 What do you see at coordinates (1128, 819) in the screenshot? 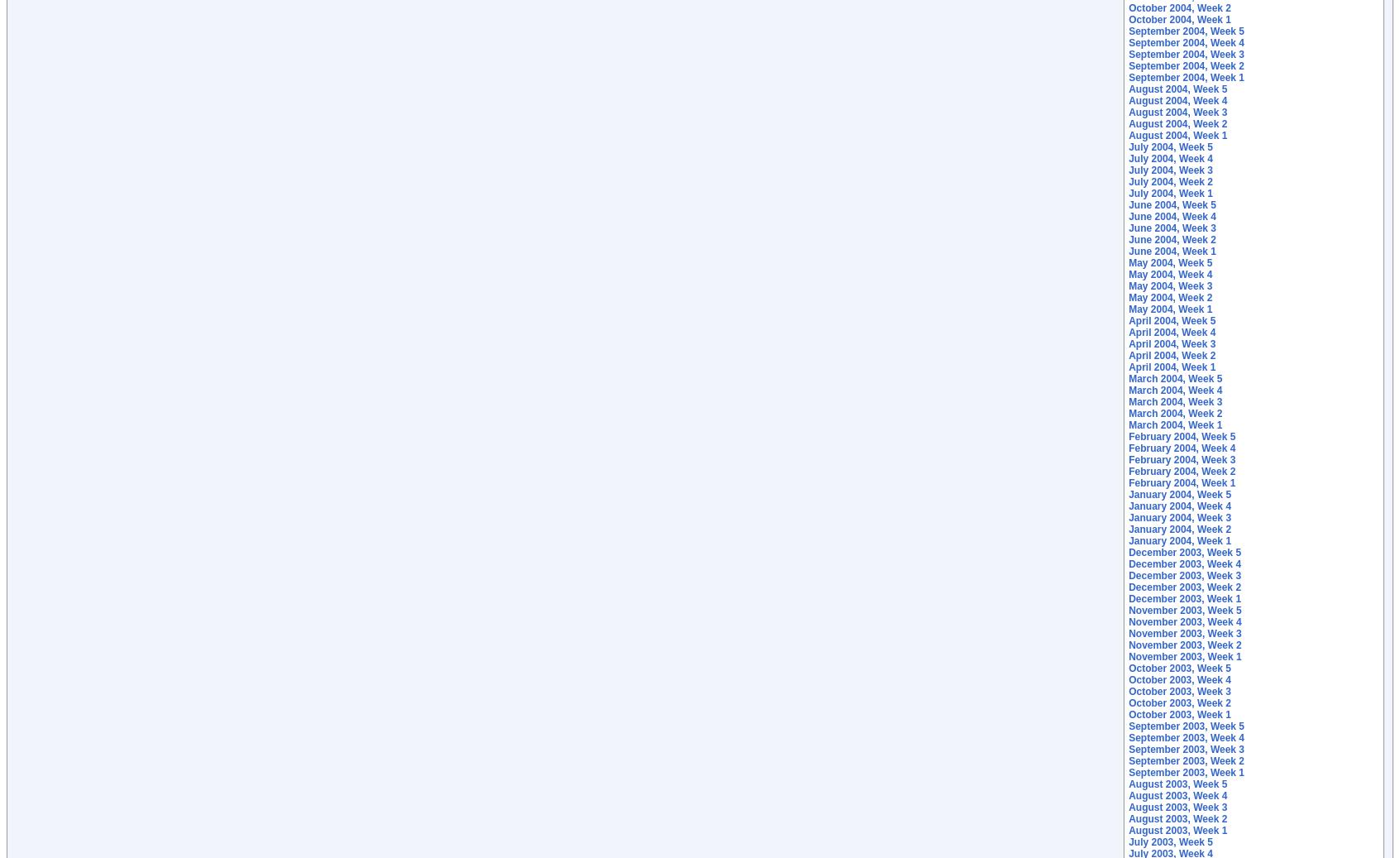
I see `'August 2003, Week 2'` at bounding box center [1128, 819].